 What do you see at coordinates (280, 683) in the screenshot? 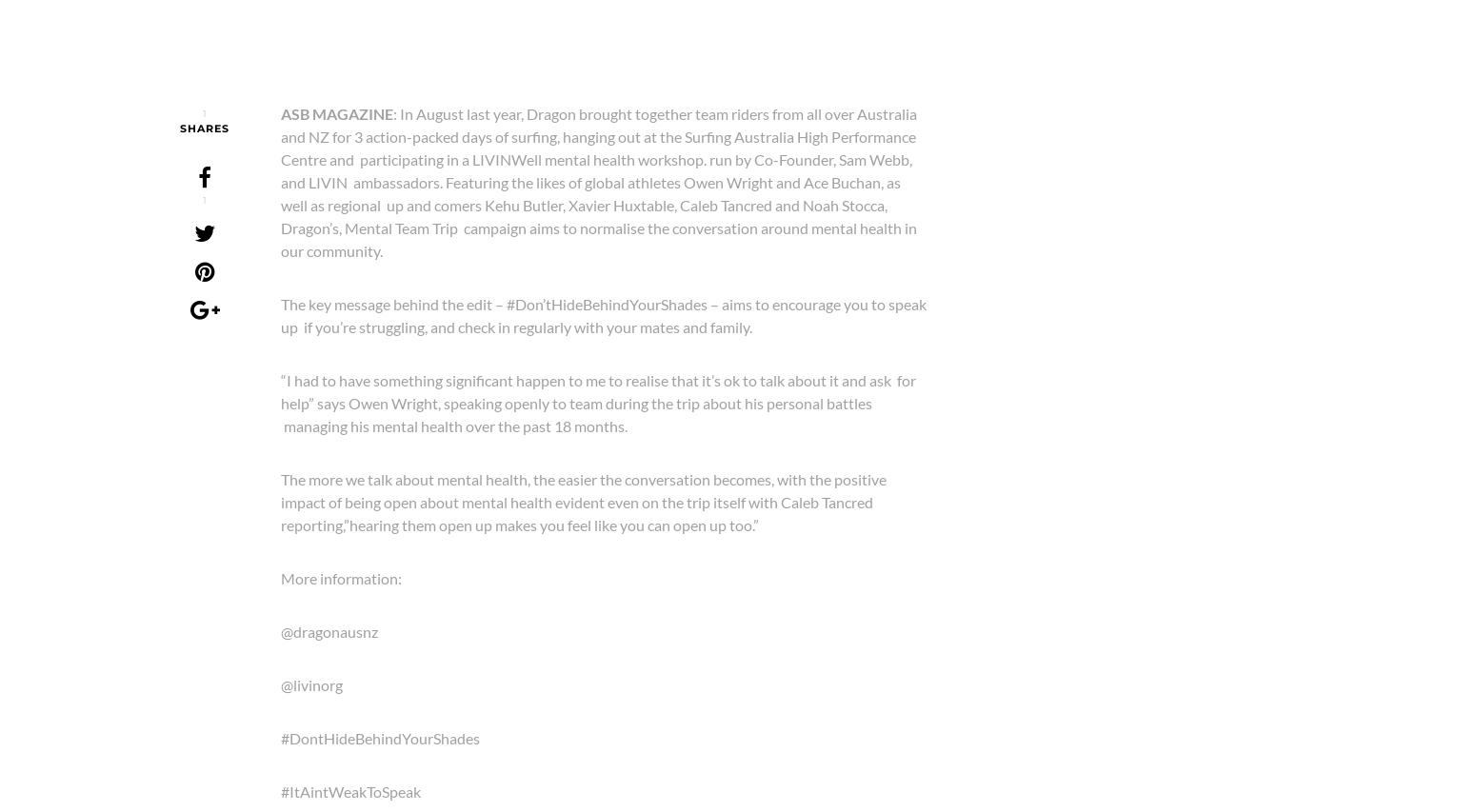
I see `'@livinorg'` at bounding box center [280, 683].